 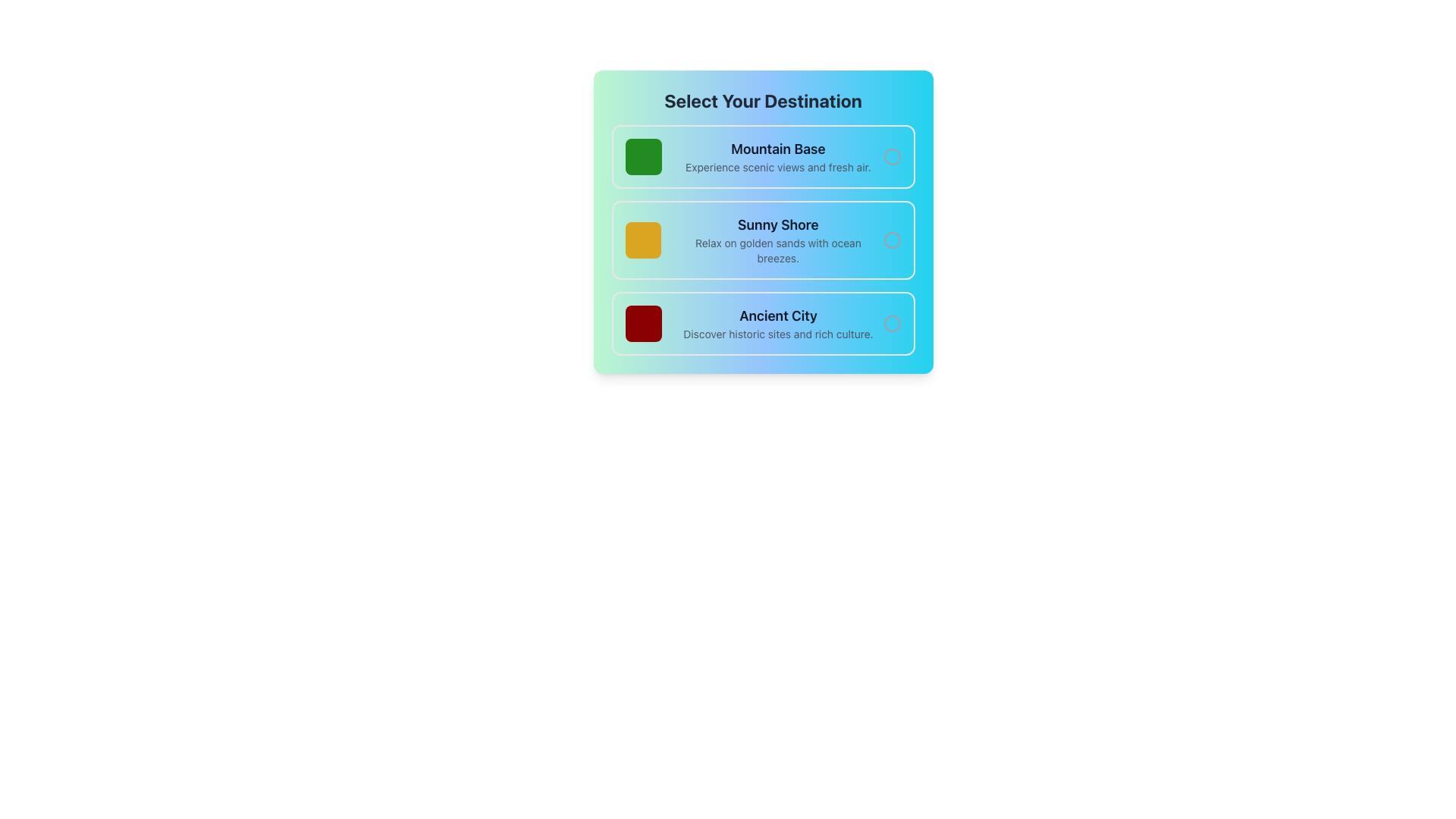 What do you see at coordinates (892, 323) in the screenshot?
I see `the radio button for the 'Ancient City' destination` at bounding box center [892, 323].